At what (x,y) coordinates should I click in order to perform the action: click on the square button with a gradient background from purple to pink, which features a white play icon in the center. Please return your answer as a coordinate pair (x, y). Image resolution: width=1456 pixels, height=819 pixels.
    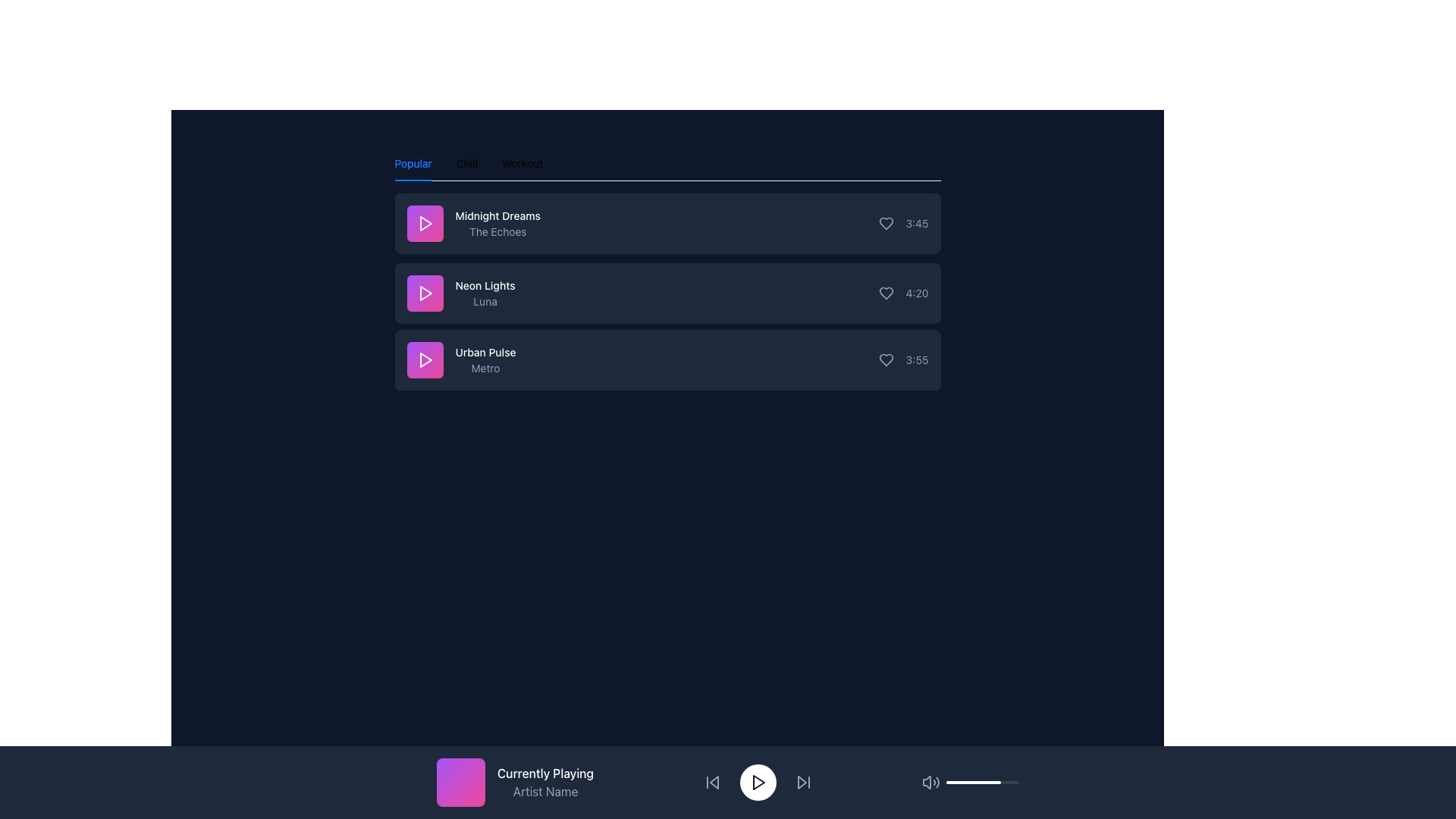
    Looking at the image, I should click on (425, 293).